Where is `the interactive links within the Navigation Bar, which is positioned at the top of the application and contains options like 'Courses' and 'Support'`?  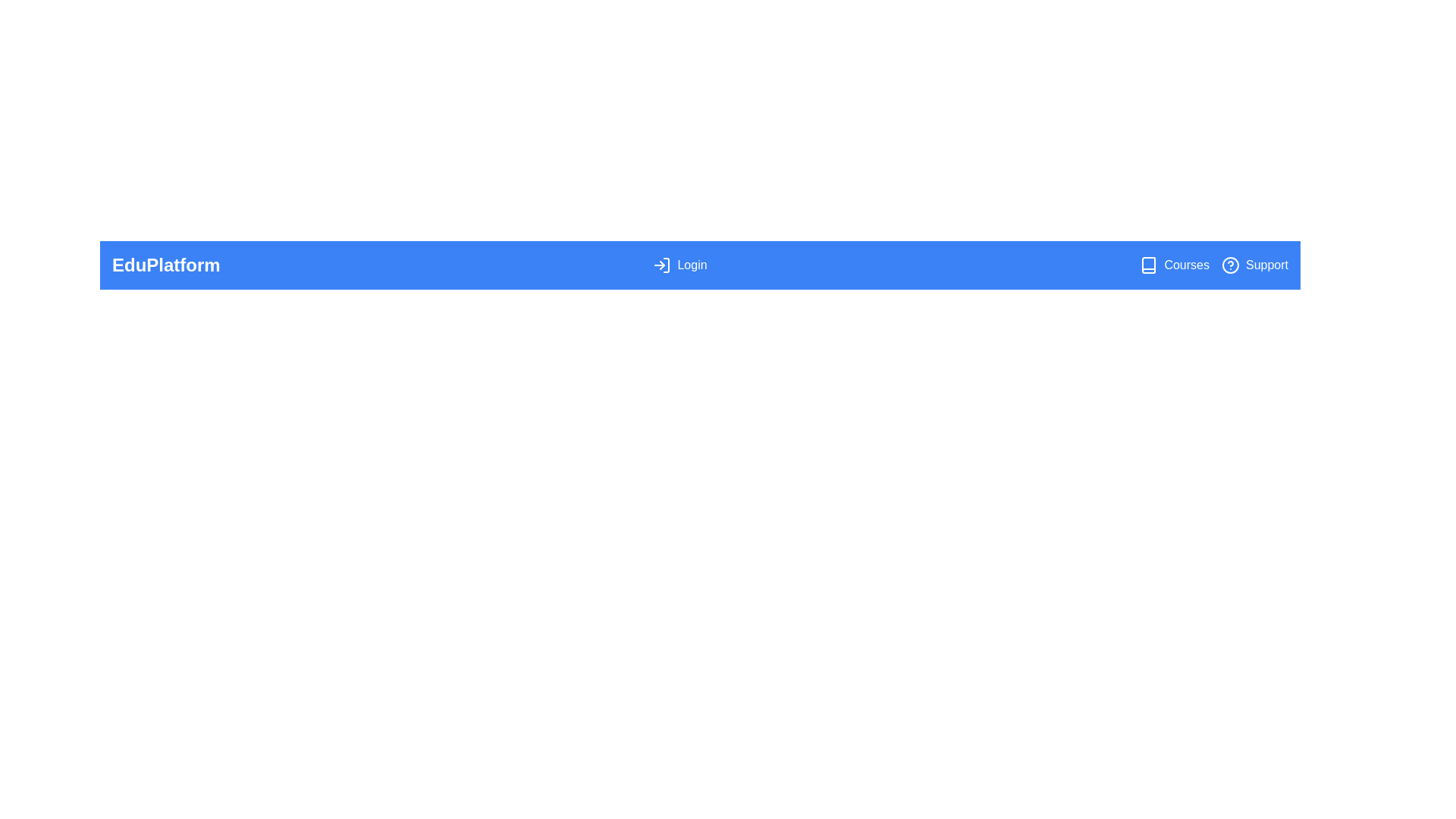 the interactive links within the Navigation Bar, which is positioned at the top of the application and contains options like 'Courses' and 'Support' is located at coordinates (699, 265).